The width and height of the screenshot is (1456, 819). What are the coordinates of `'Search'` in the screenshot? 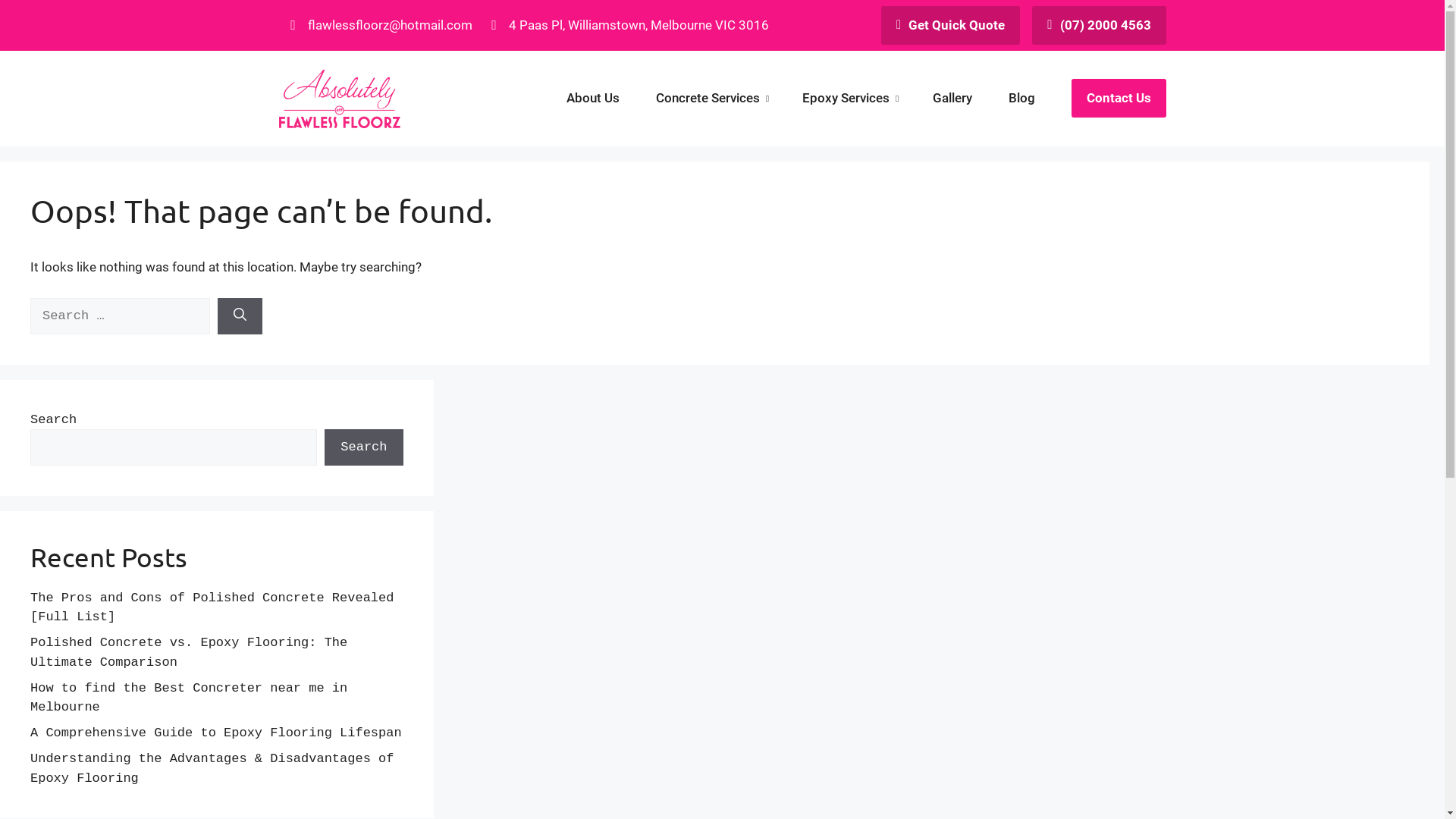 It's located at (362, 447).